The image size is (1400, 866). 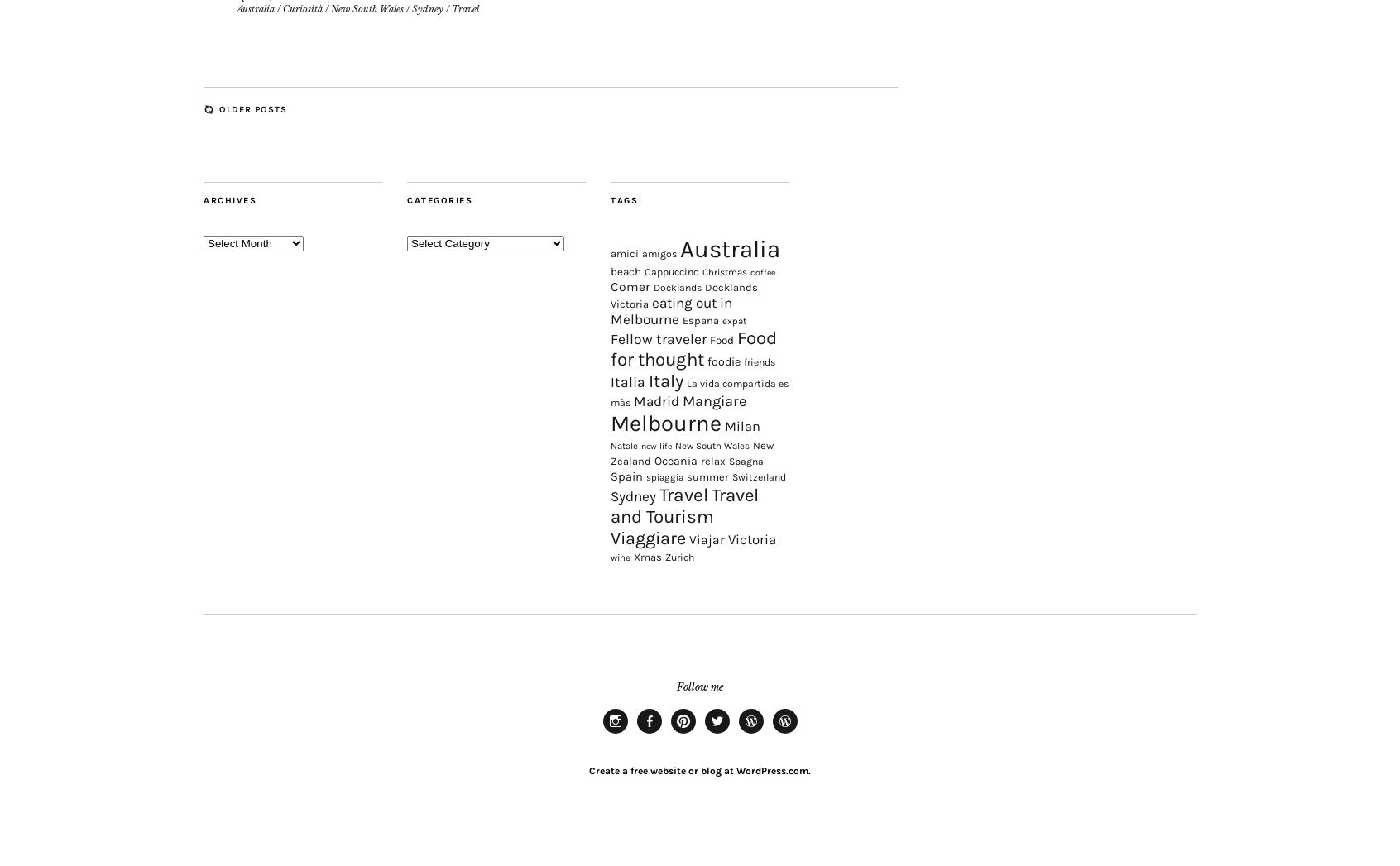 I want to click on 'Fellow traveler', so click(x=658, y=380).